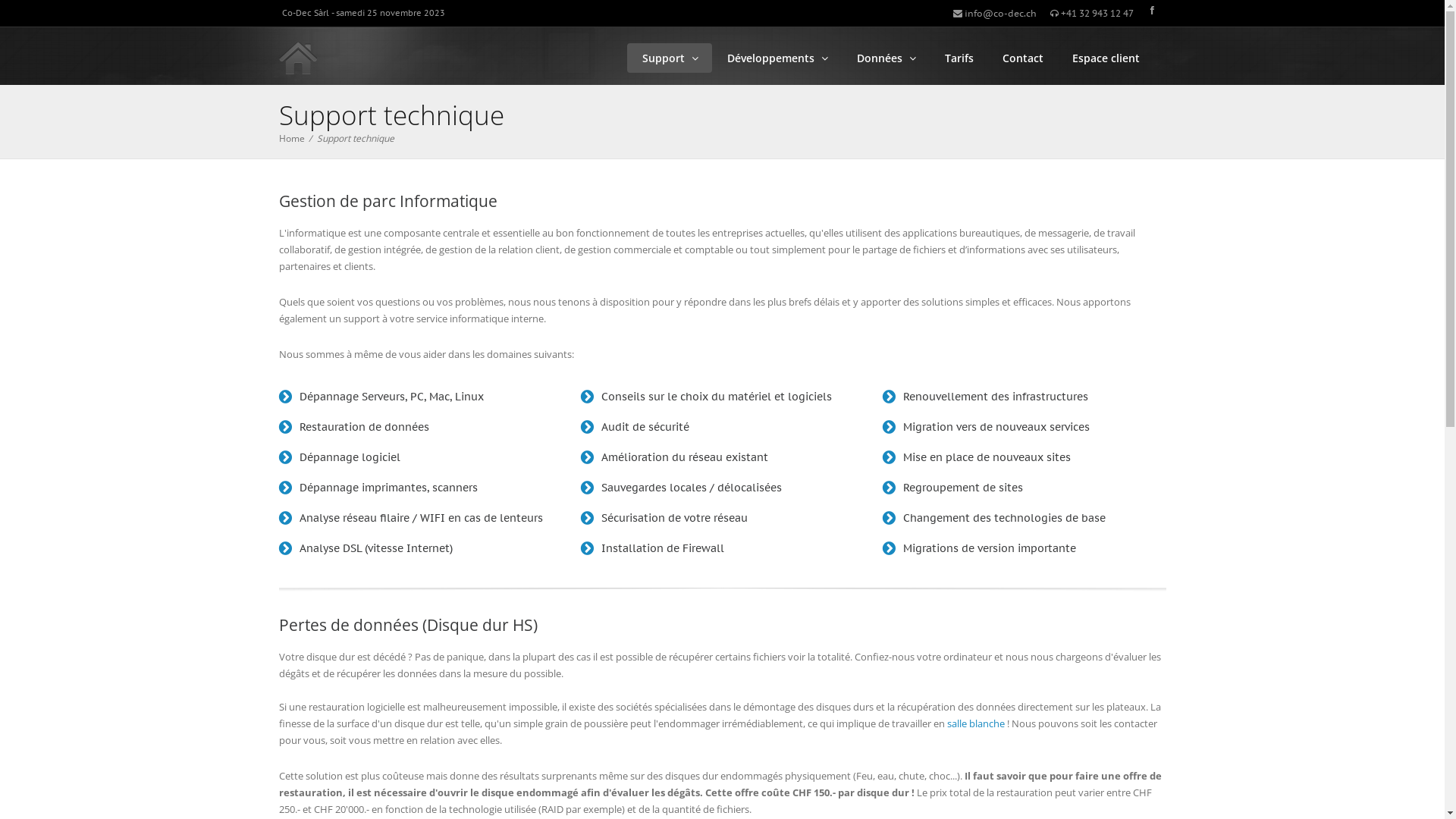 The image size is (1456, 819). Describe the element at coordinates (957, 57) in the screenshot. I see `'Tarifs'` at that location.